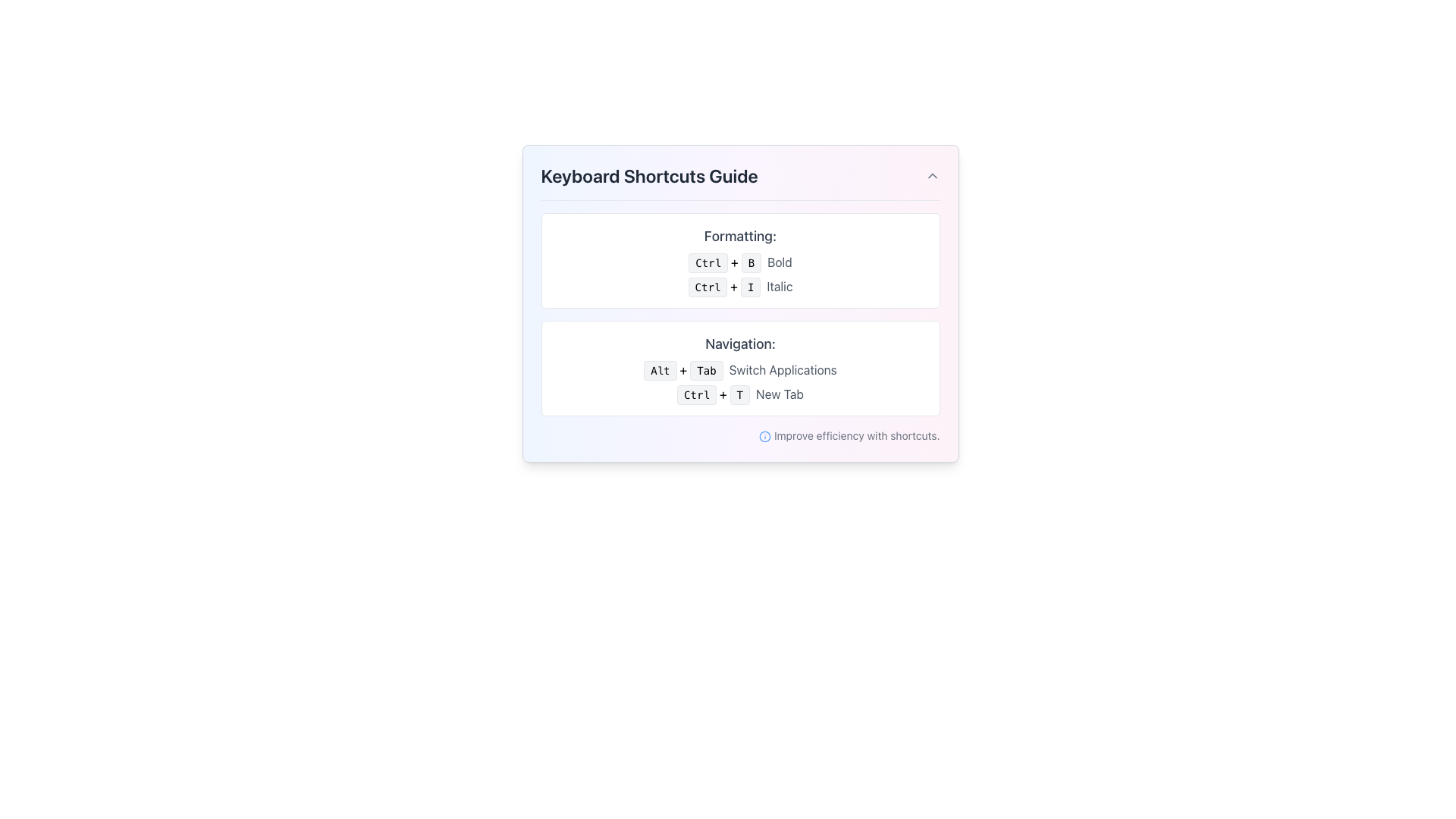  Describe the element at coordinates (740, 370) in the screenshot. I see `the informational text about the 'Alt + Tab' keyboard shortcut, located under the 'Navigation:' section` at that location.